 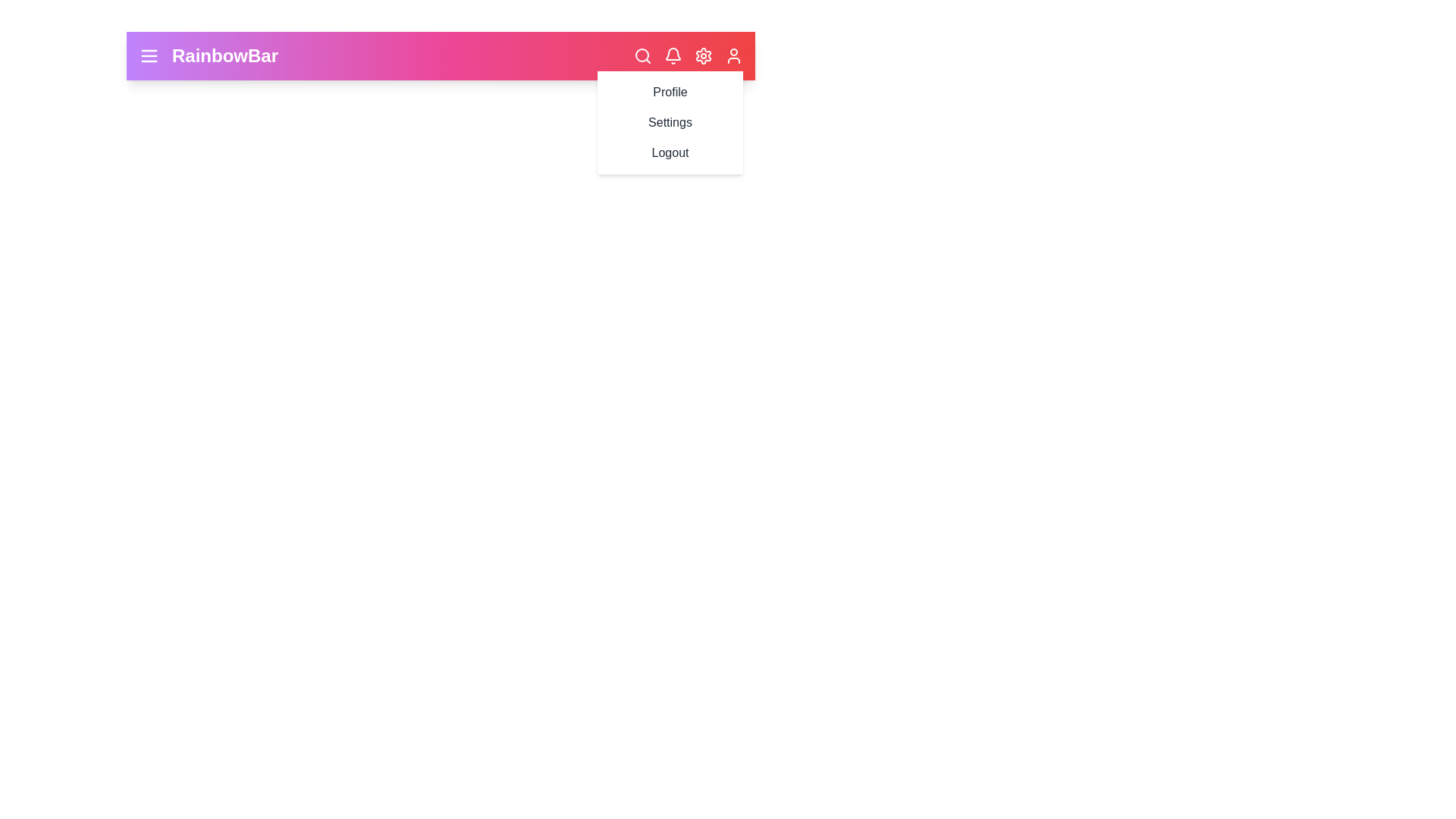 What do you see at coordinates (643, 55) in the screenshot?
I see `the search icon to open the search functionality` at bounding box center [643, 55].